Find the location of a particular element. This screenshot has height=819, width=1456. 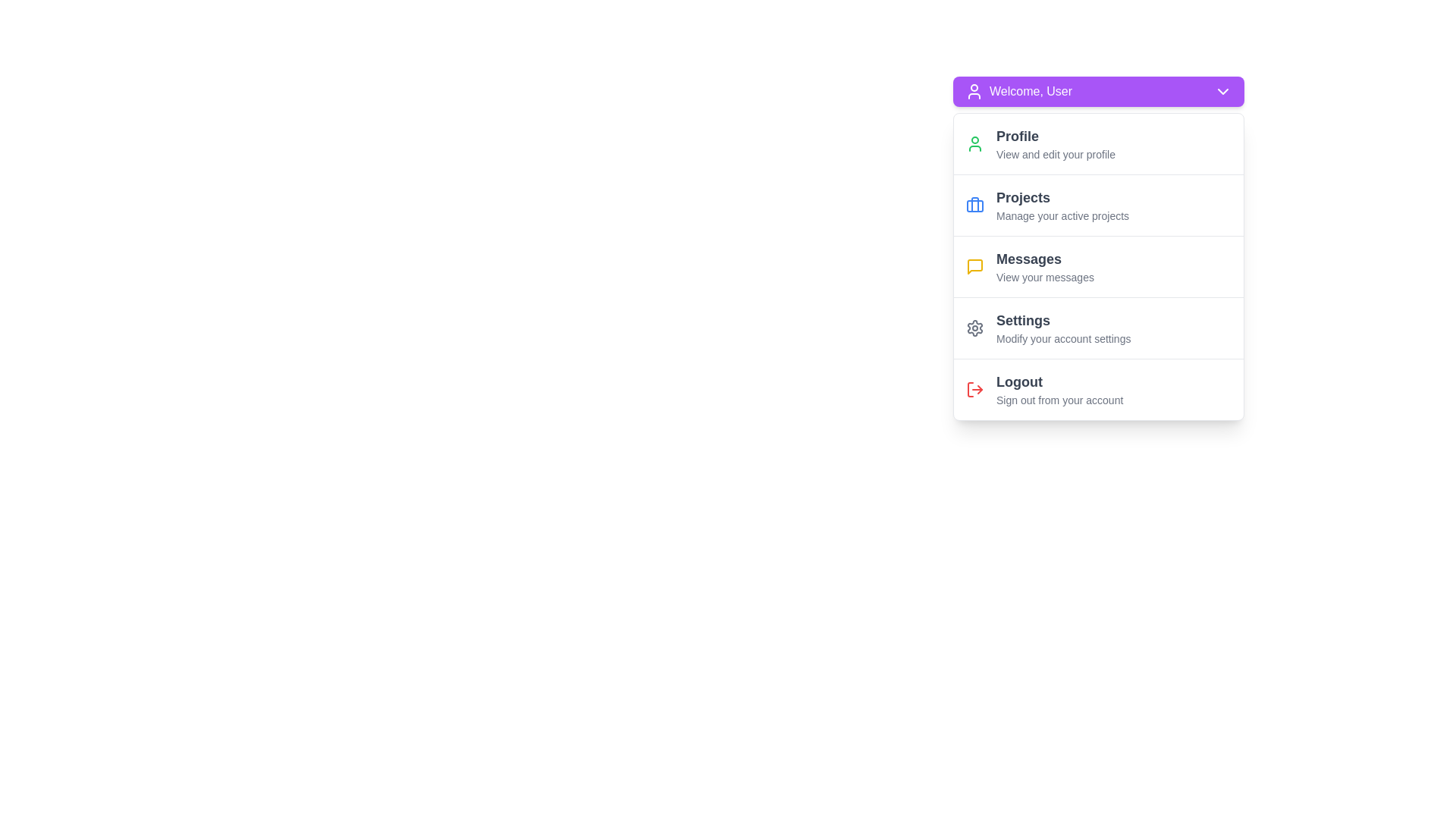

the 'Projects' text label in the interactive menu, which is the second item beneath 'Welcome, User' and above 'Messages' is located at coordinates (1062, 205).